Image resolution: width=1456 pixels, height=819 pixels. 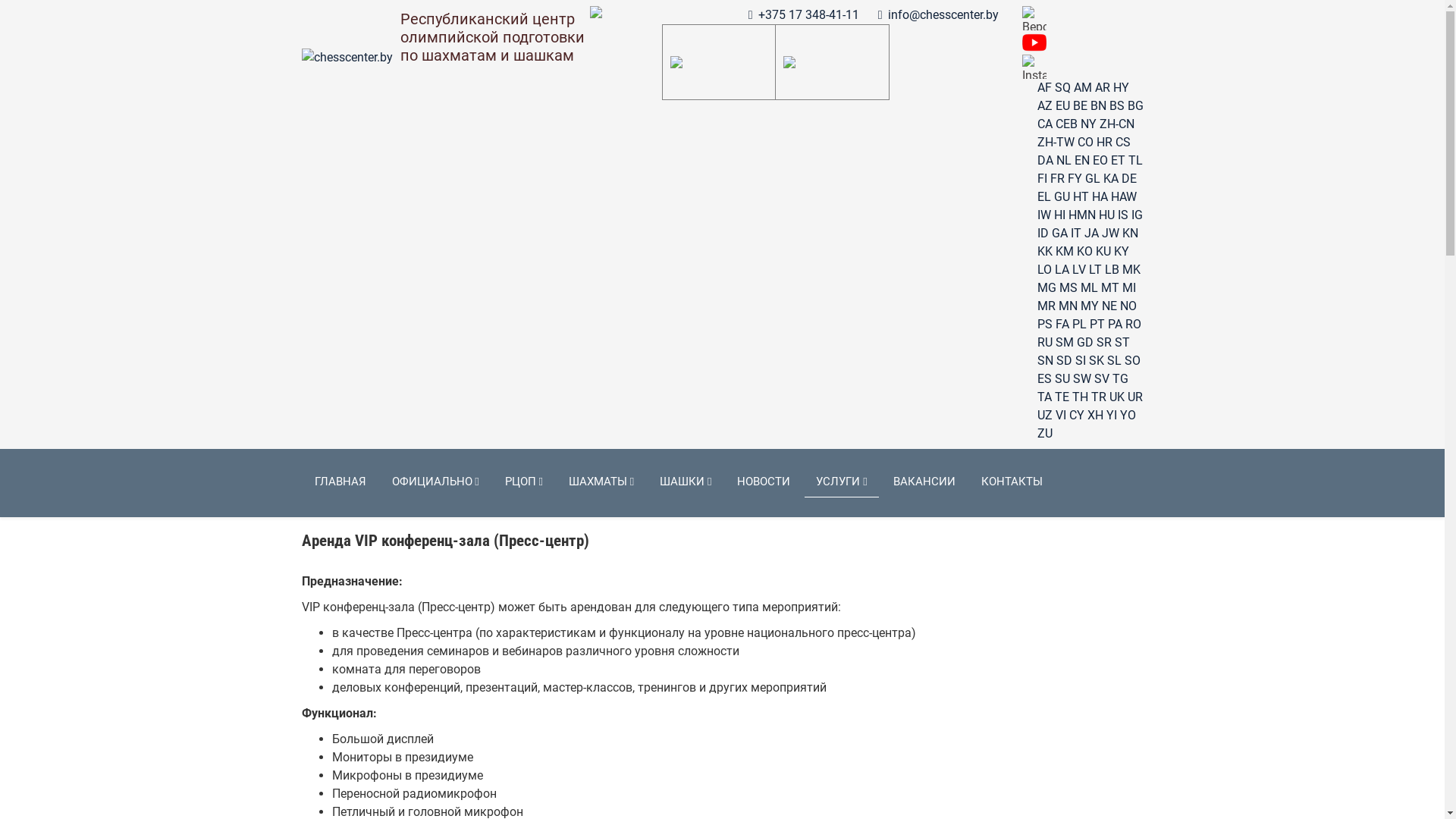 What do you see at coordinates (1037, 306) in the screenshot?
I see `'MR'` at bounding box center [1037, 306].